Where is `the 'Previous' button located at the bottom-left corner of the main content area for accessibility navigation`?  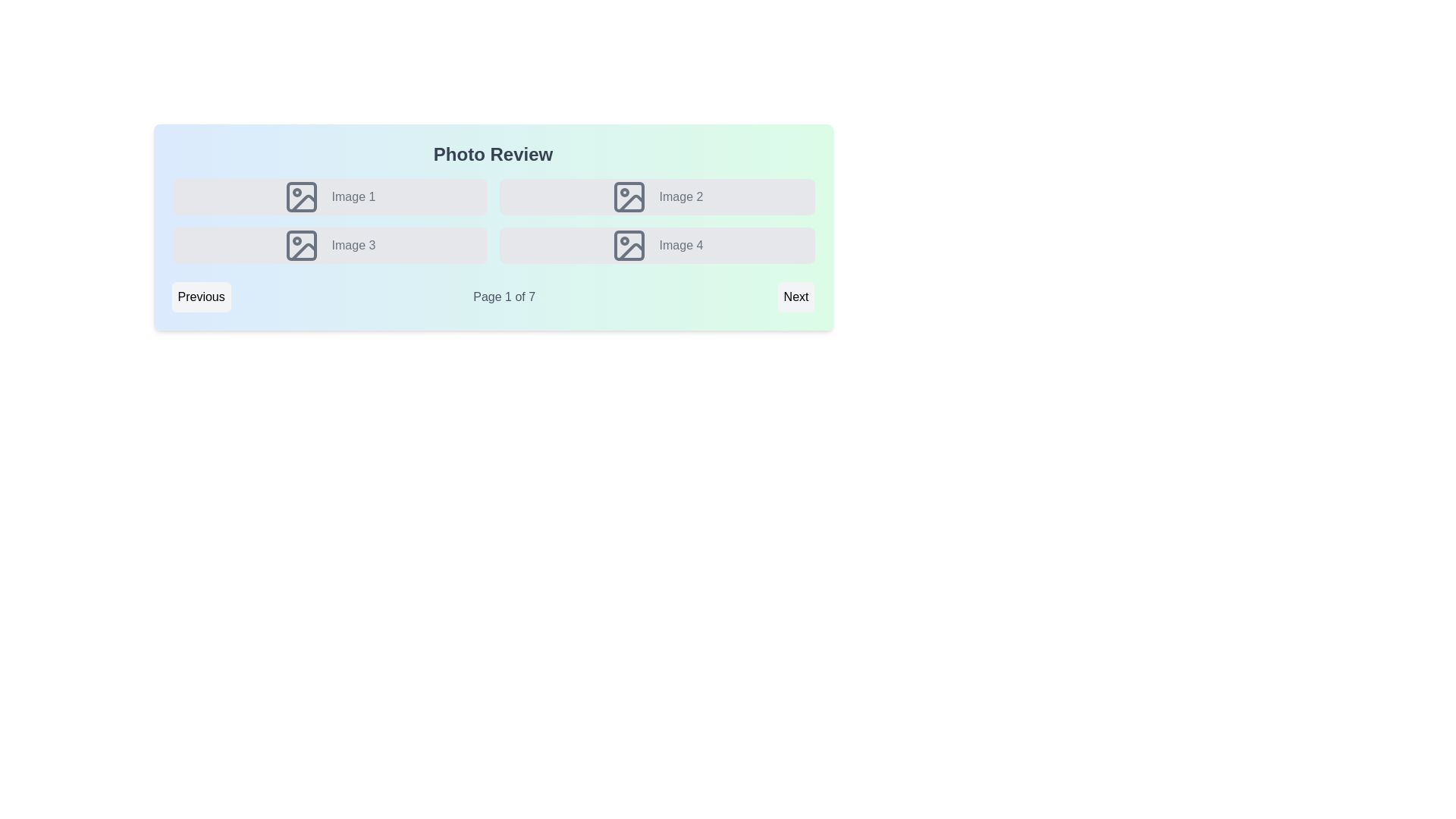
the 'Previous' button located at the bottom-left corner of the main content area for accessibility navigation is located at coordinates (200, 297).